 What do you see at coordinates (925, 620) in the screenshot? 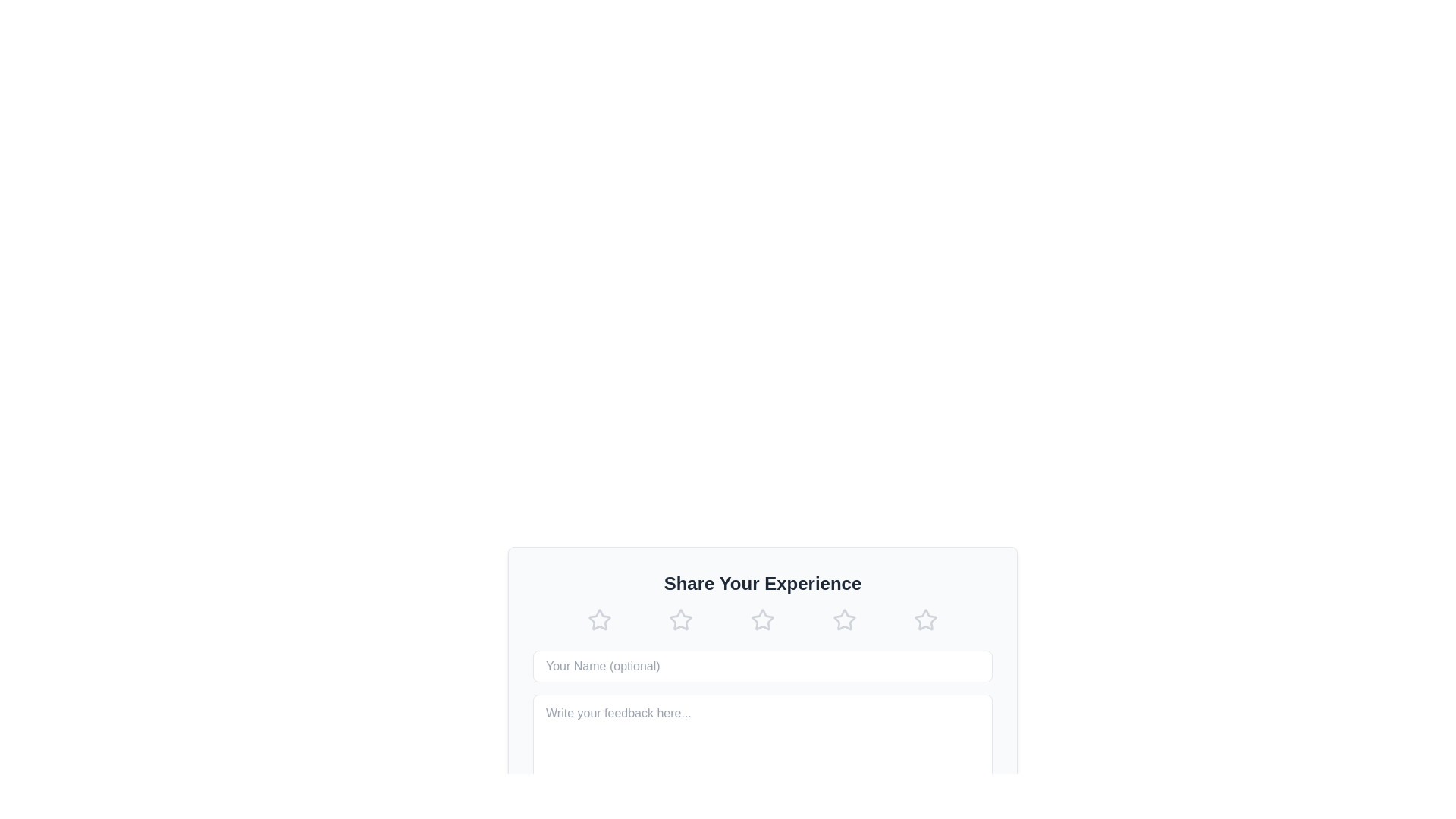
I see `the fifth hollow rating star icon, which is outlined in light gray` at bounding box center [925, 620].